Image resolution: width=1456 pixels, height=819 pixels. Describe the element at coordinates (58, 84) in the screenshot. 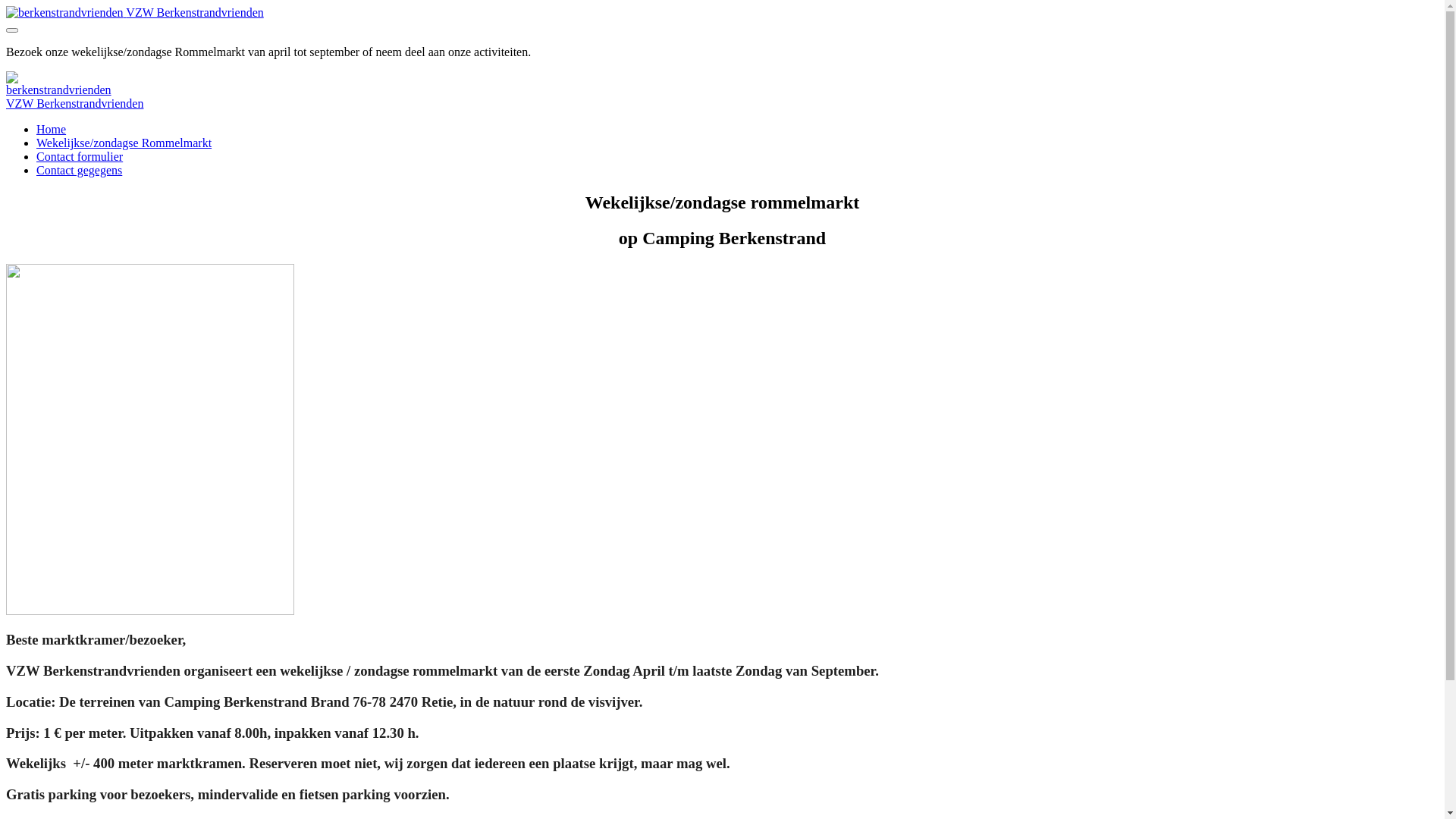

I see `'berkenstrandvrienden'` at that location.